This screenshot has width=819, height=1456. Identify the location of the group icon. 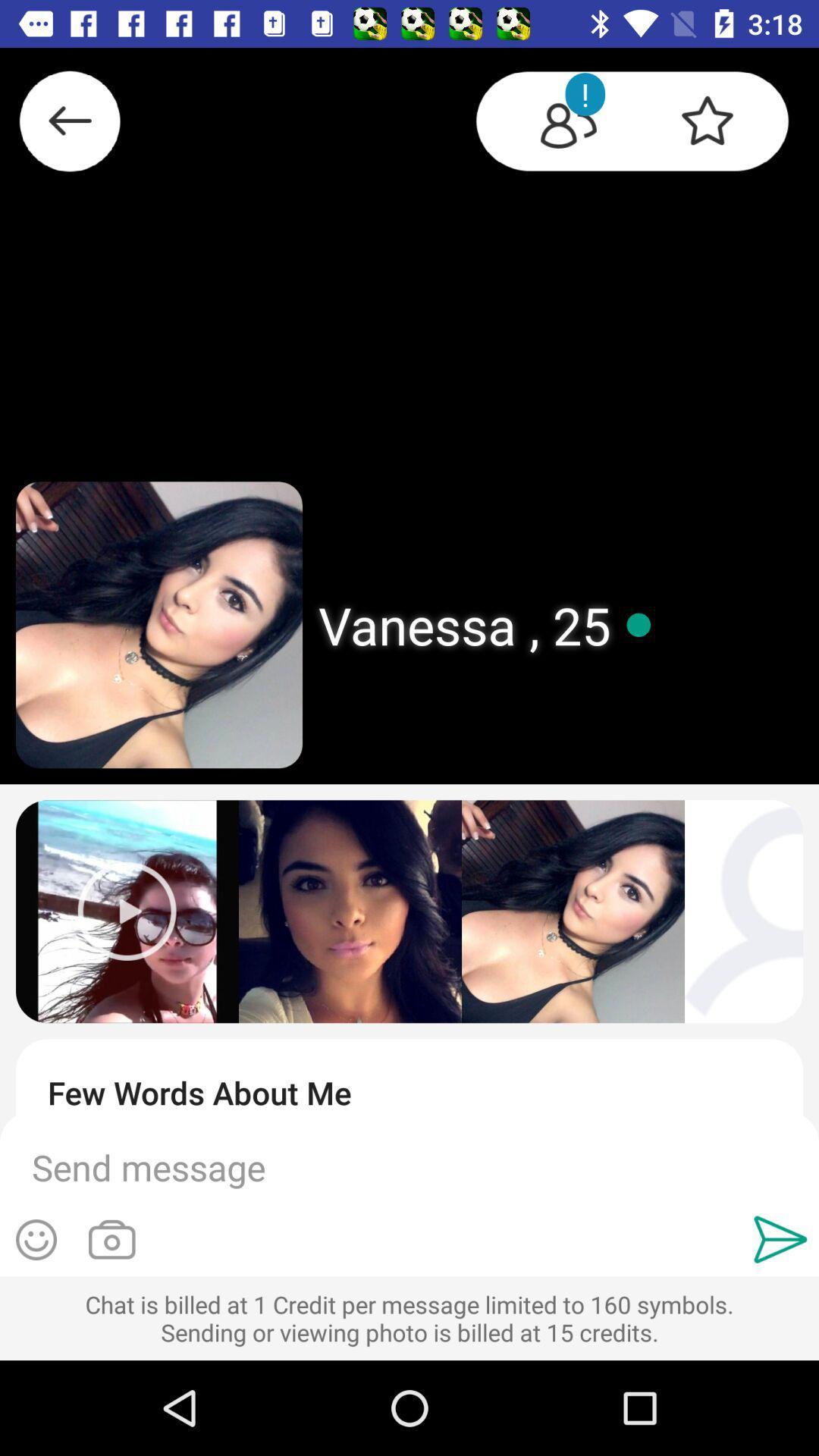
(554, 124).